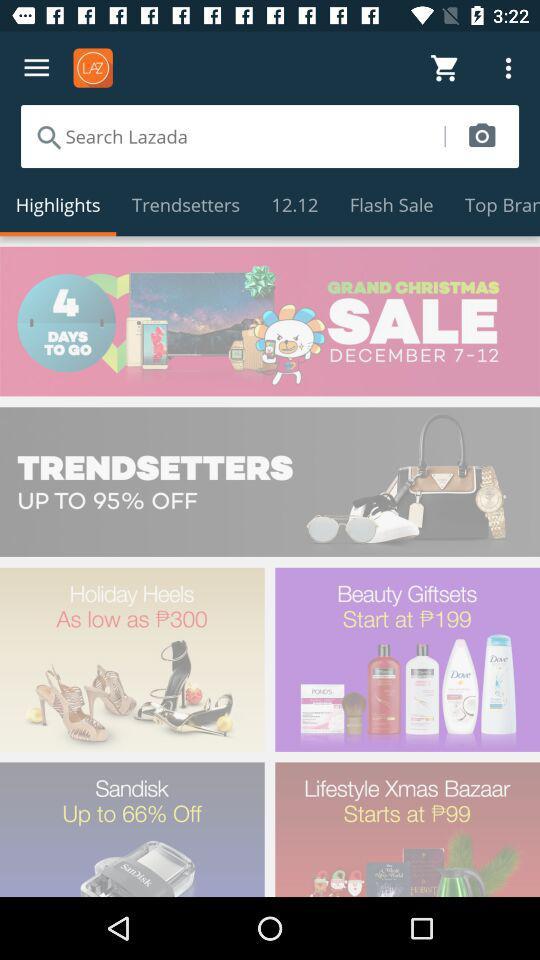  Describe the element at coordinates (481, 135) in the screenshot. I see `icon above the top brands` at that location.